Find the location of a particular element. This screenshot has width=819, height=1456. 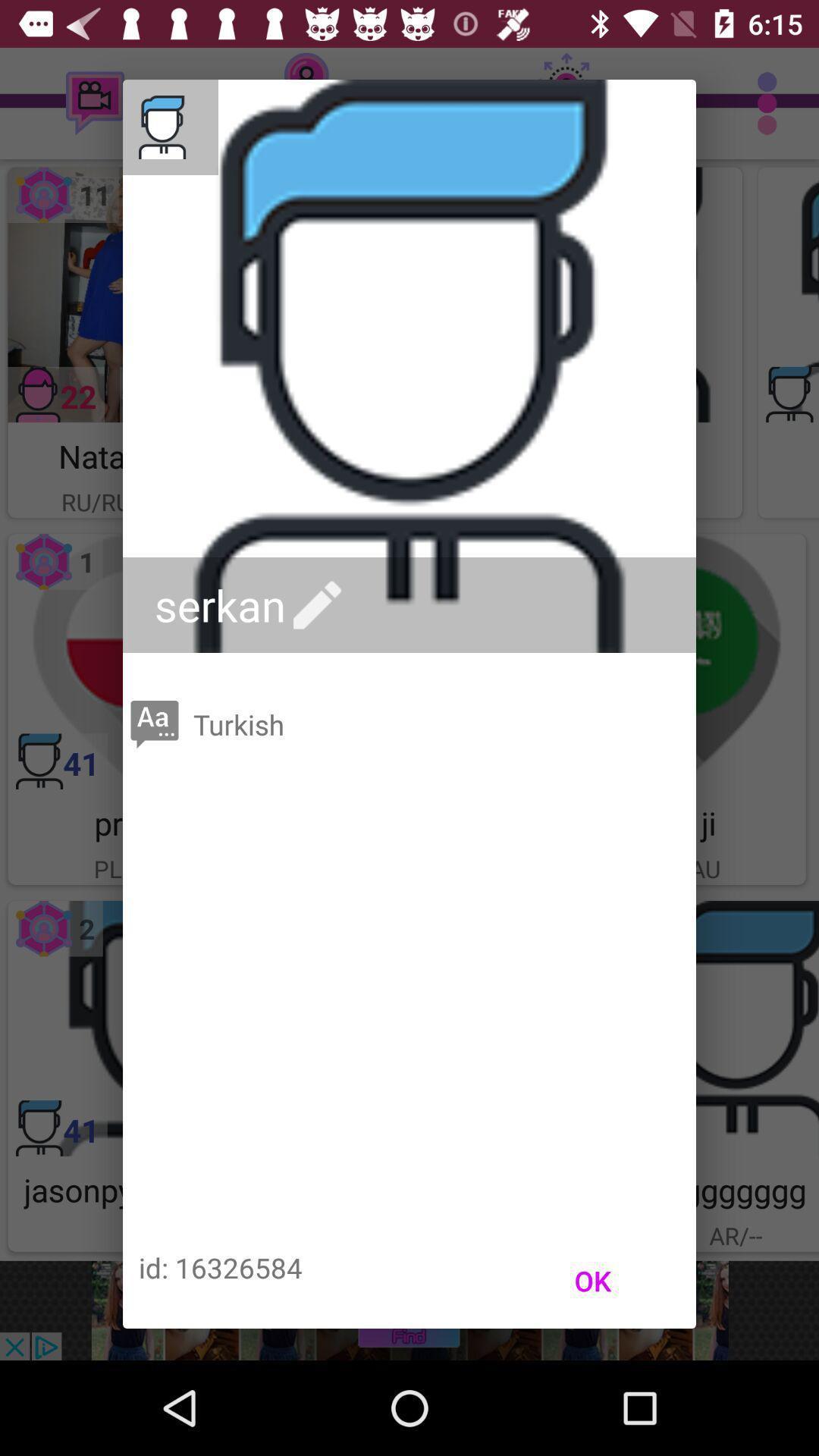

the serkan icon is located at coordinates (251, 604).